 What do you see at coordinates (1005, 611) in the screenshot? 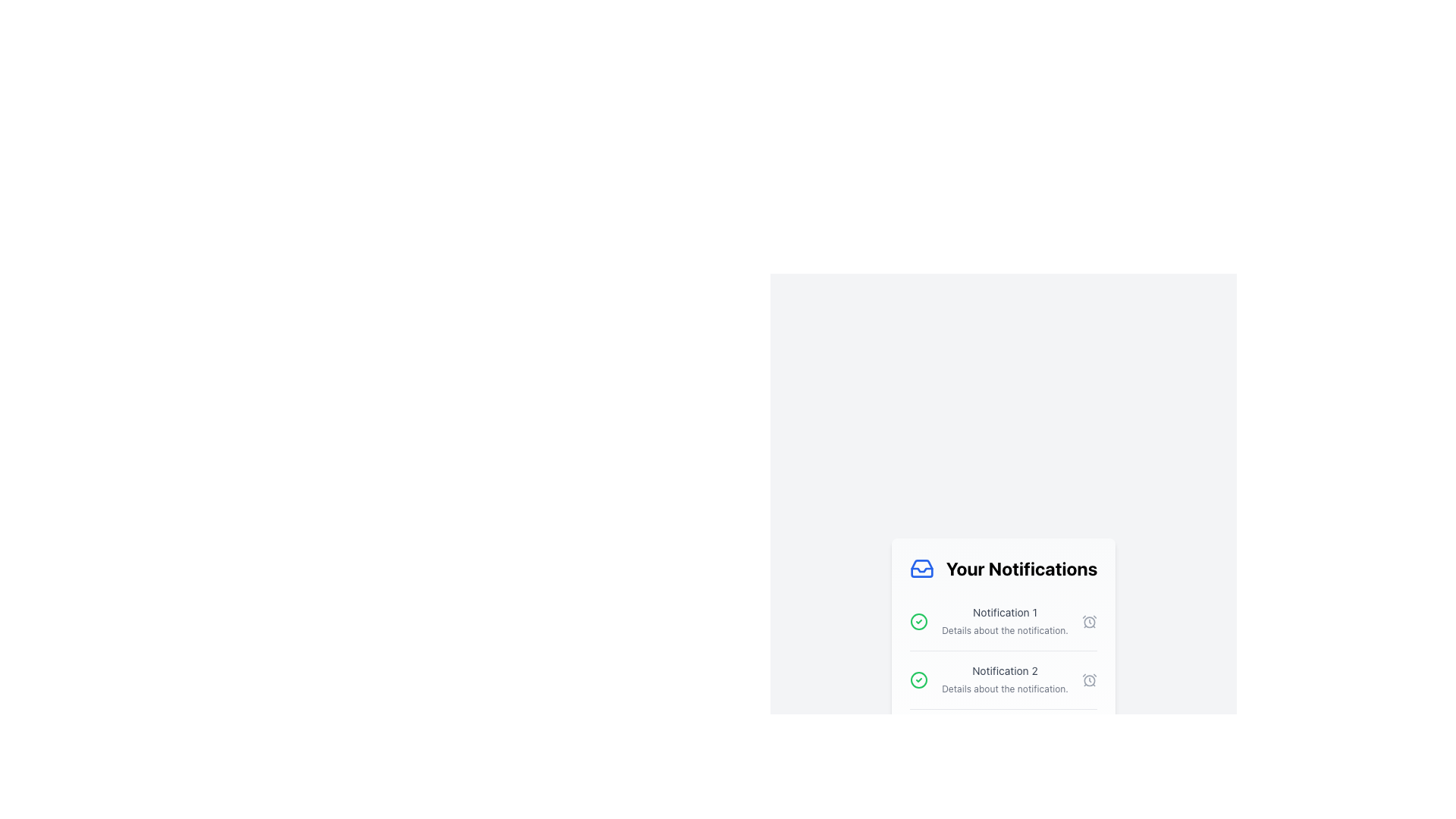
I see `the static text element that reads 'Notification 1', which is styled with a smaller font size and gray color, located in the notifications section above the description text 'Details about the notification'` at bounding box center [1005, 611].